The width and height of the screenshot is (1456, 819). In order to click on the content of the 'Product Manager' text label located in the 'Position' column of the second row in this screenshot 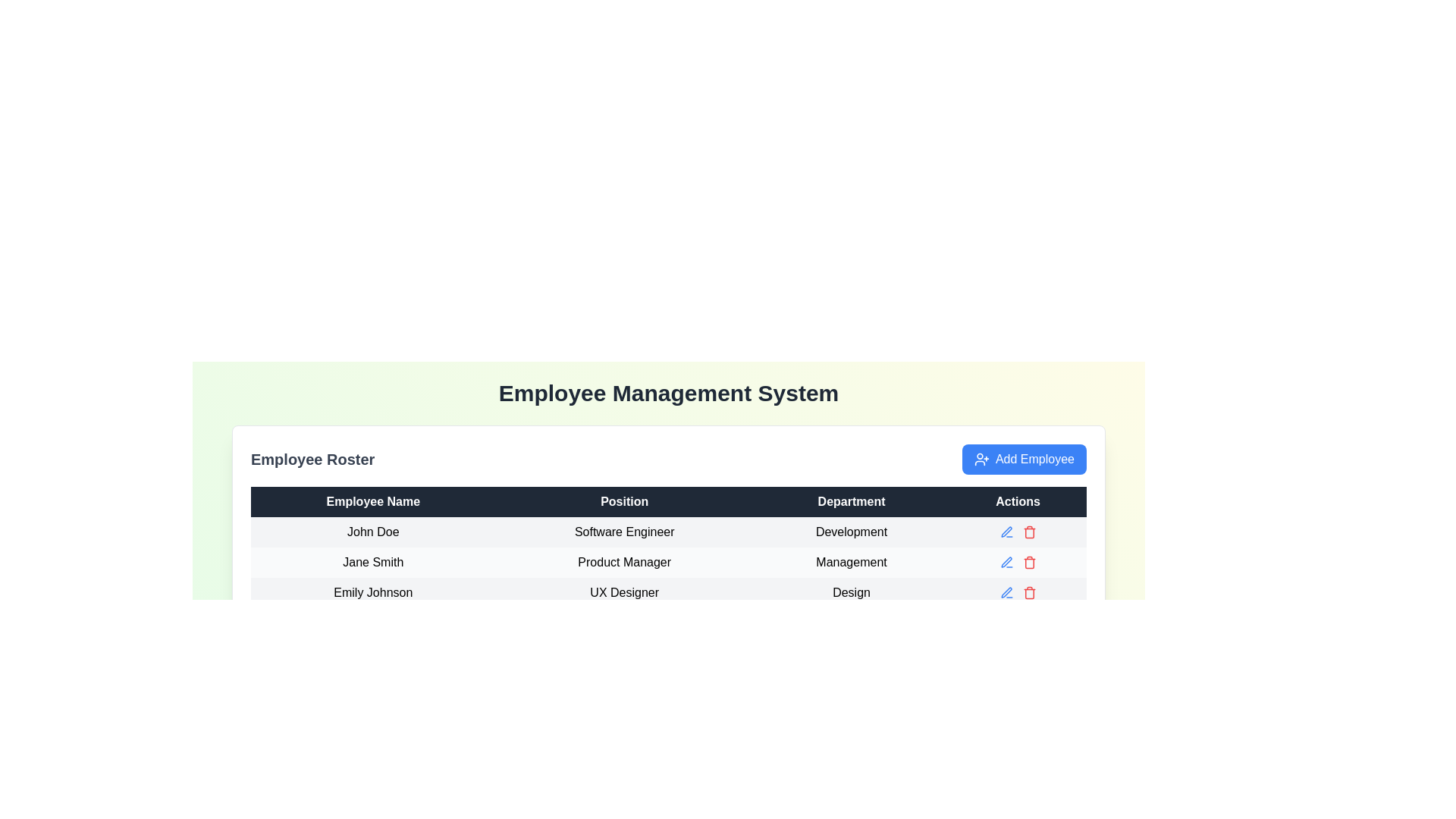, I will do `click(624, 562)`.